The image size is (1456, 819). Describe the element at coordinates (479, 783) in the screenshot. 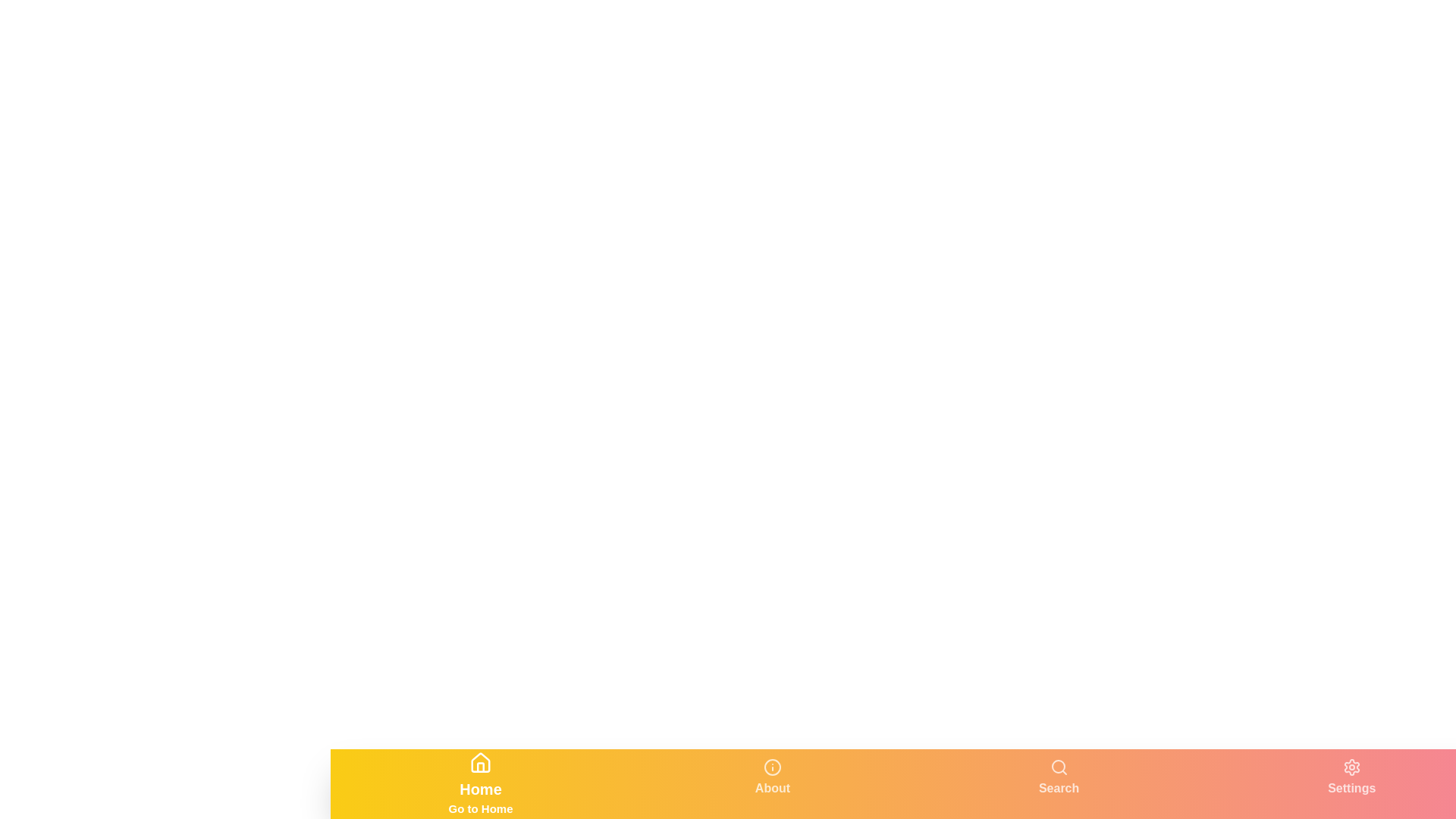

I see `the tab labeled Home to switch to that tab` at that location.